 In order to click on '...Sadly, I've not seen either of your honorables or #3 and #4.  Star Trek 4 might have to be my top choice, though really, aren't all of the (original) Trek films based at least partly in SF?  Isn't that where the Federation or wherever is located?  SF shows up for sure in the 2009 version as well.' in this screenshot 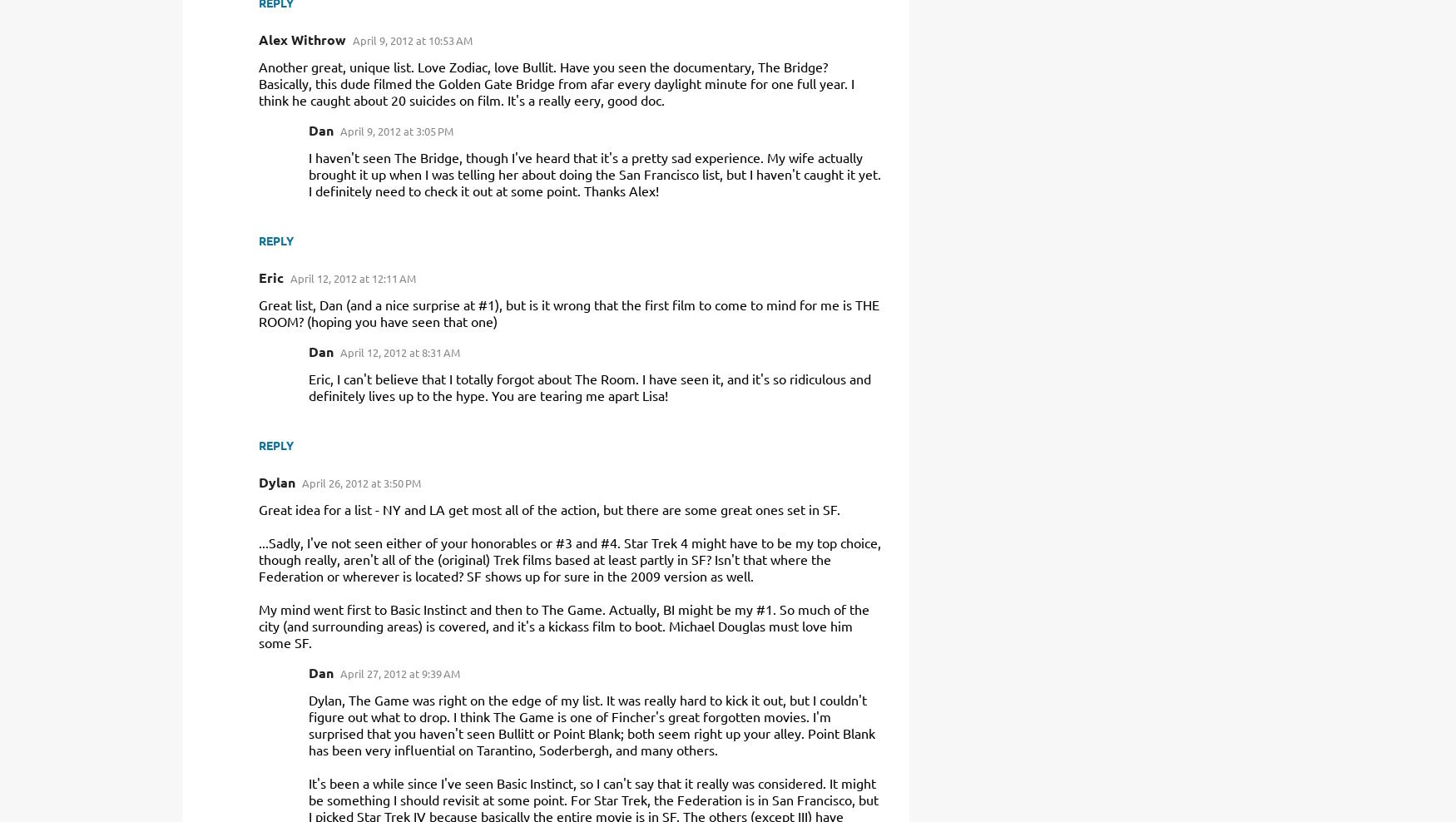, I will do `click(568, 558)`.